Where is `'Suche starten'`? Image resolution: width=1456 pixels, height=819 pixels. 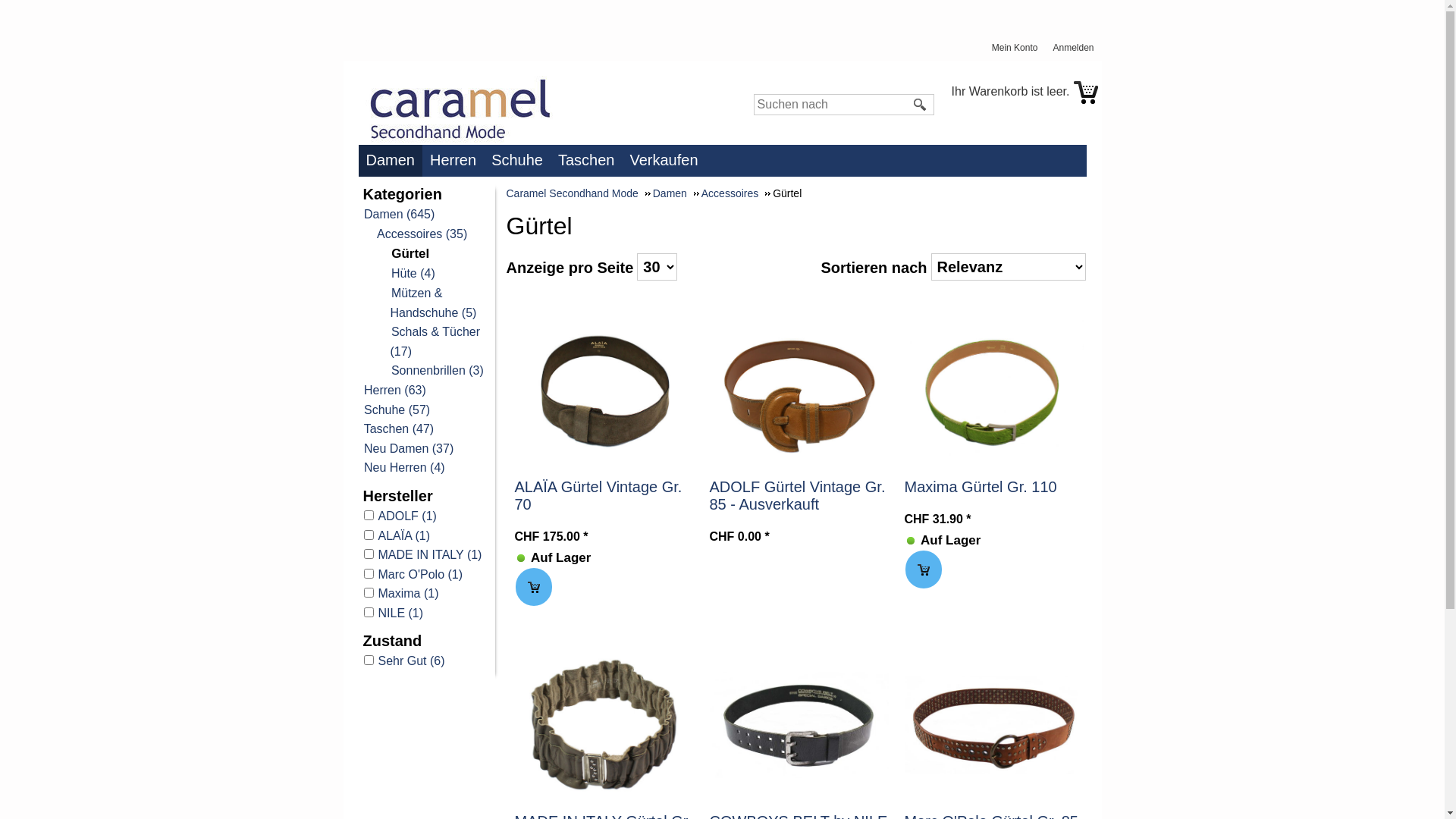
'Suche starten' is located at coordinates (920, 104).